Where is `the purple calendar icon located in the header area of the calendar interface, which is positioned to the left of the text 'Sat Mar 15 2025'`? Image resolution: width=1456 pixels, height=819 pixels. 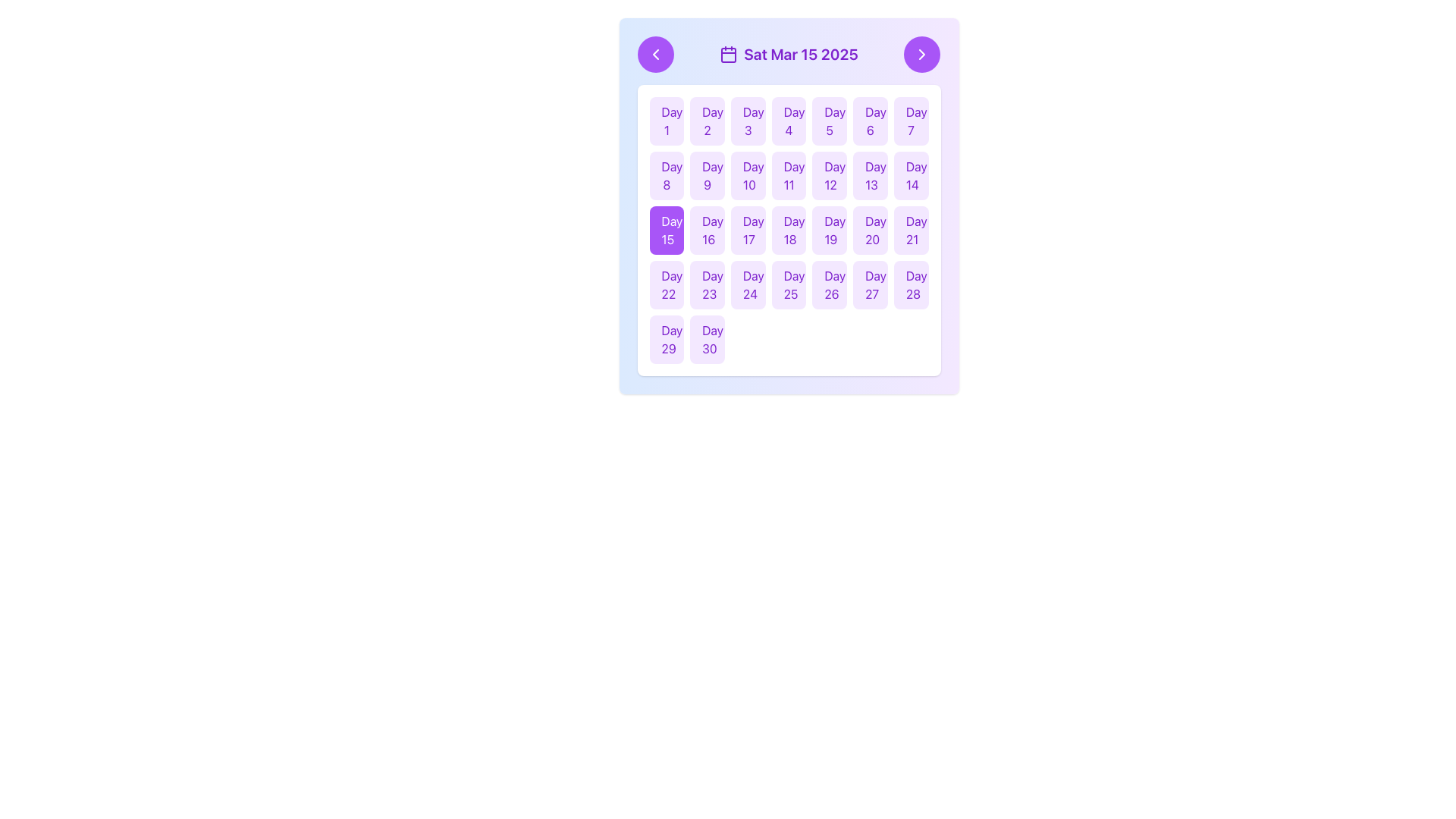
the purple calendar icon located in the header area of the calendar interface, which is positioned to the left of the text 'Sat Mar 15 2025' is located at coordinates (729, 54).